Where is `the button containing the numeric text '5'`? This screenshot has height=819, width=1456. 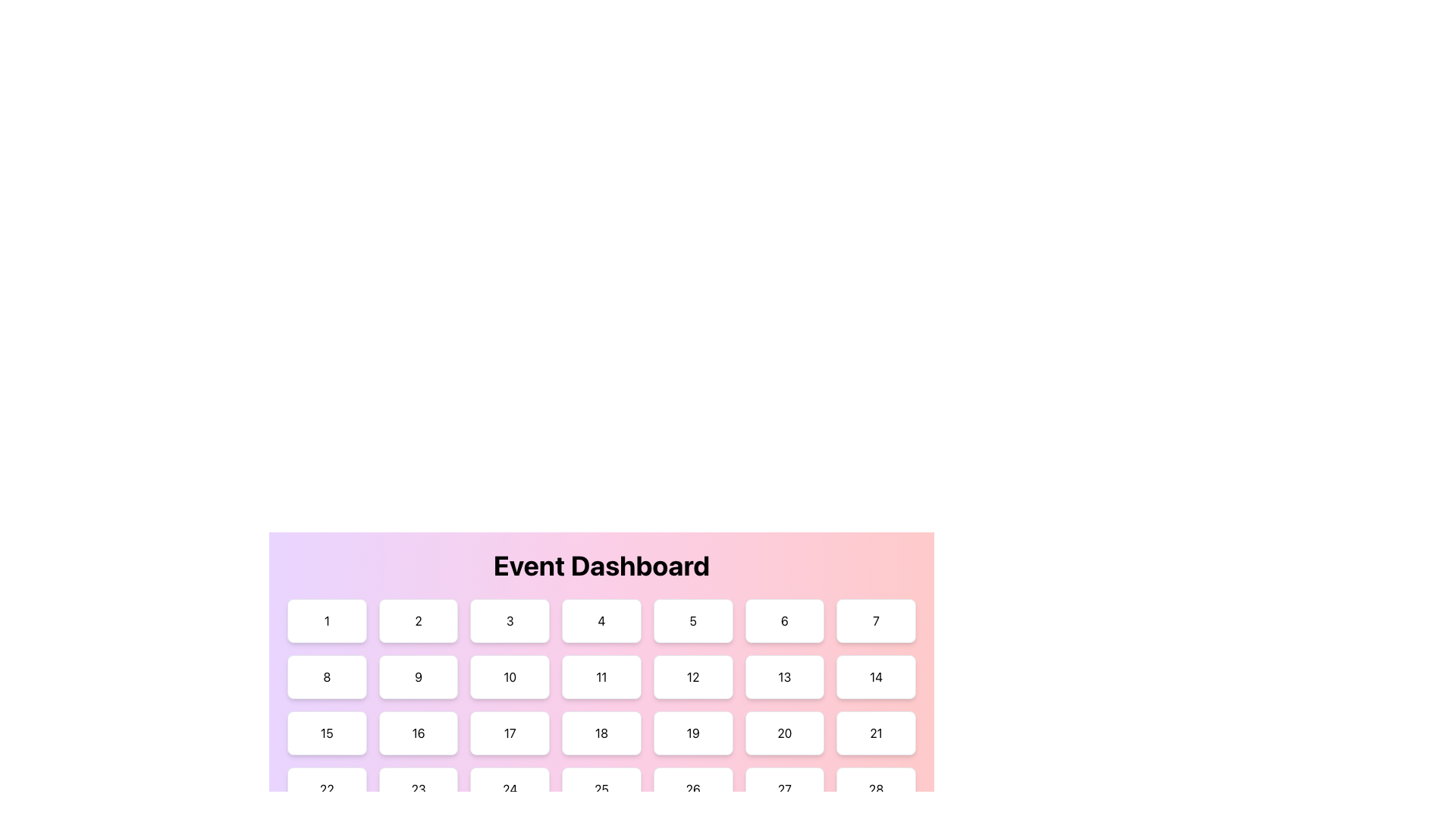
the button containing the numeric text '5' is located at coordinates (692, 620).